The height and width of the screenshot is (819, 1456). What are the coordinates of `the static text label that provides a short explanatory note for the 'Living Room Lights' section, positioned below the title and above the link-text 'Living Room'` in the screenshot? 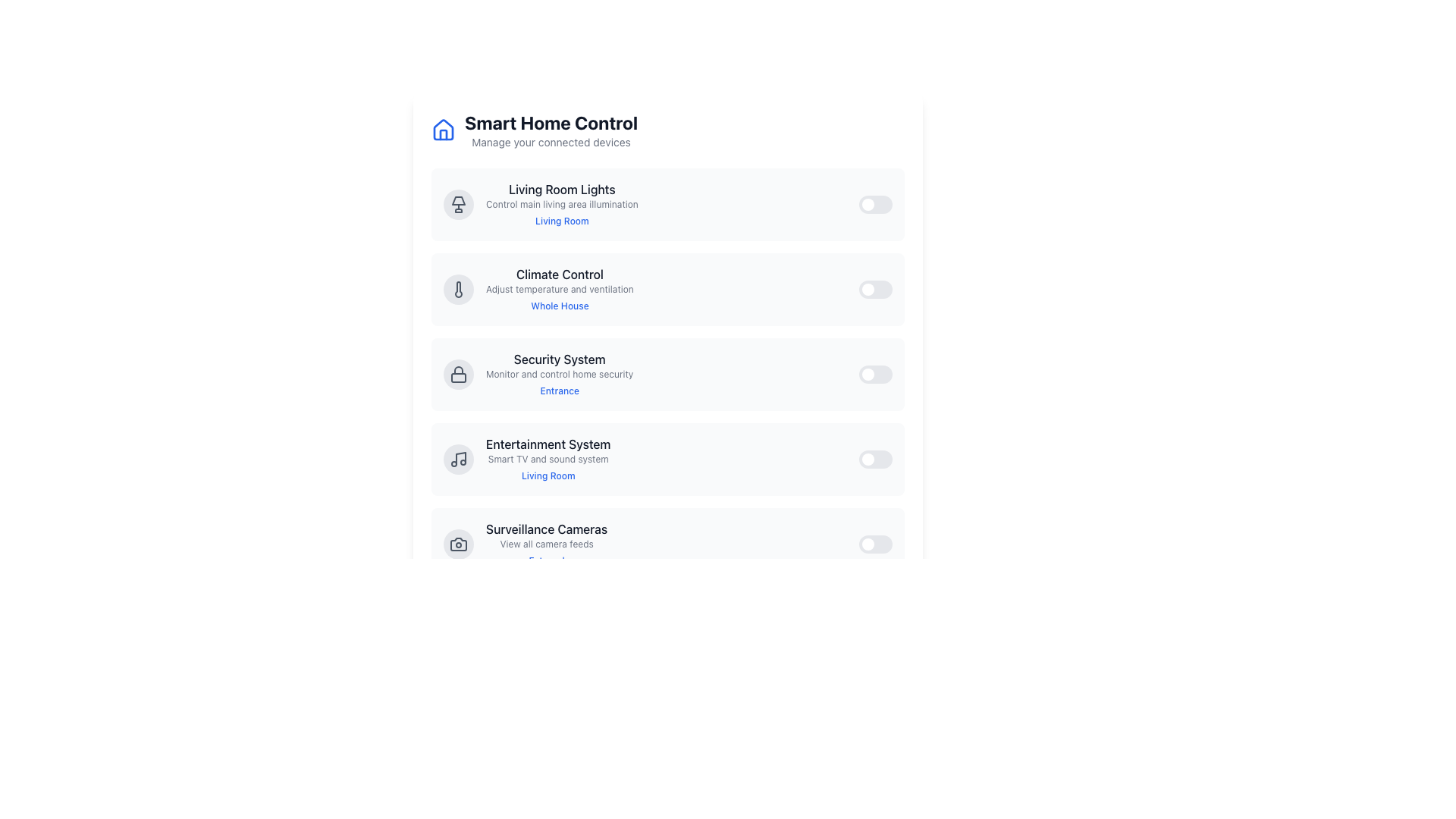 It's located at (561, 205).